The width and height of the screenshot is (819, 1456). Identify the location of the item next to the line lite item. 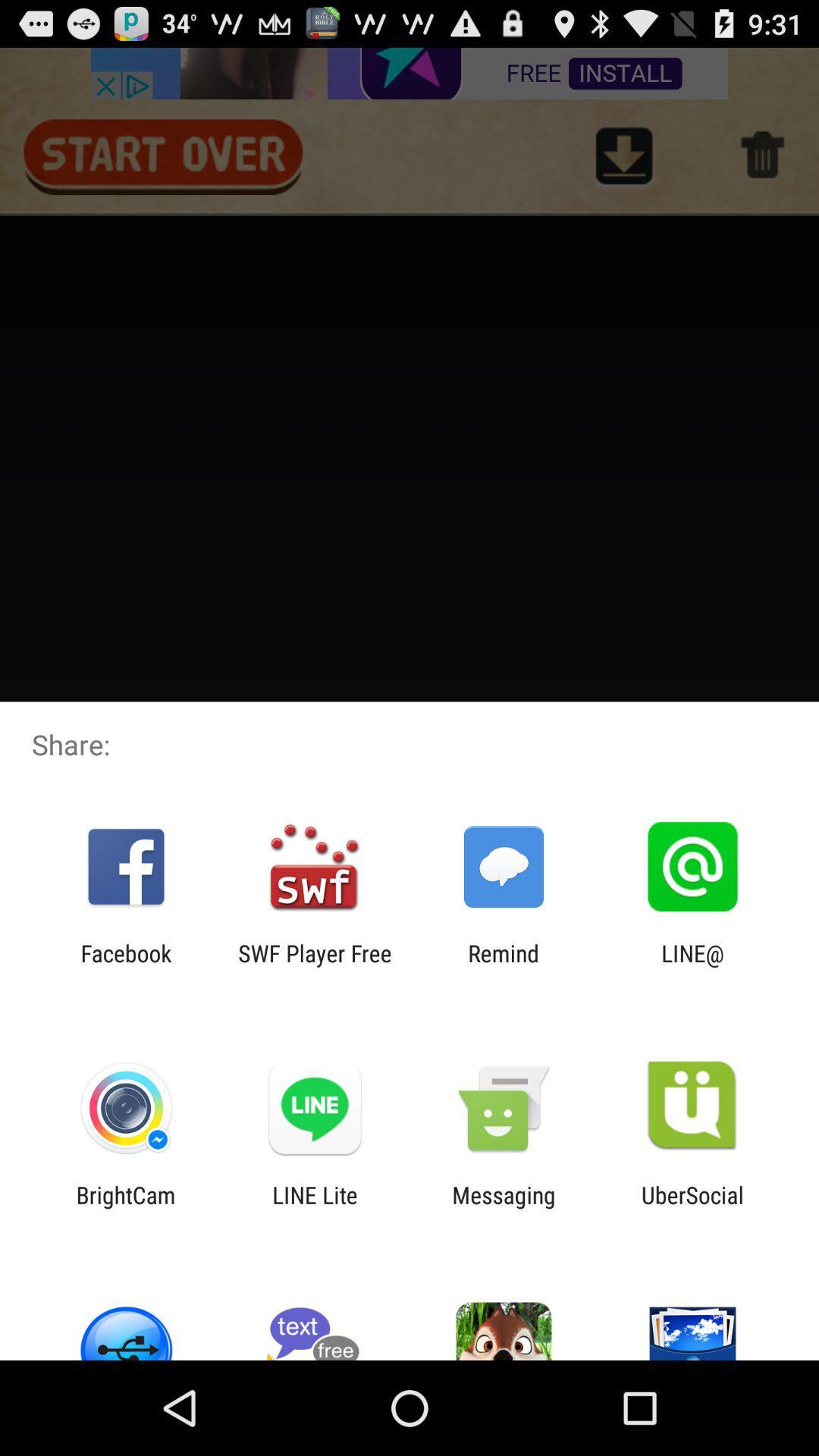
(125, 1207).